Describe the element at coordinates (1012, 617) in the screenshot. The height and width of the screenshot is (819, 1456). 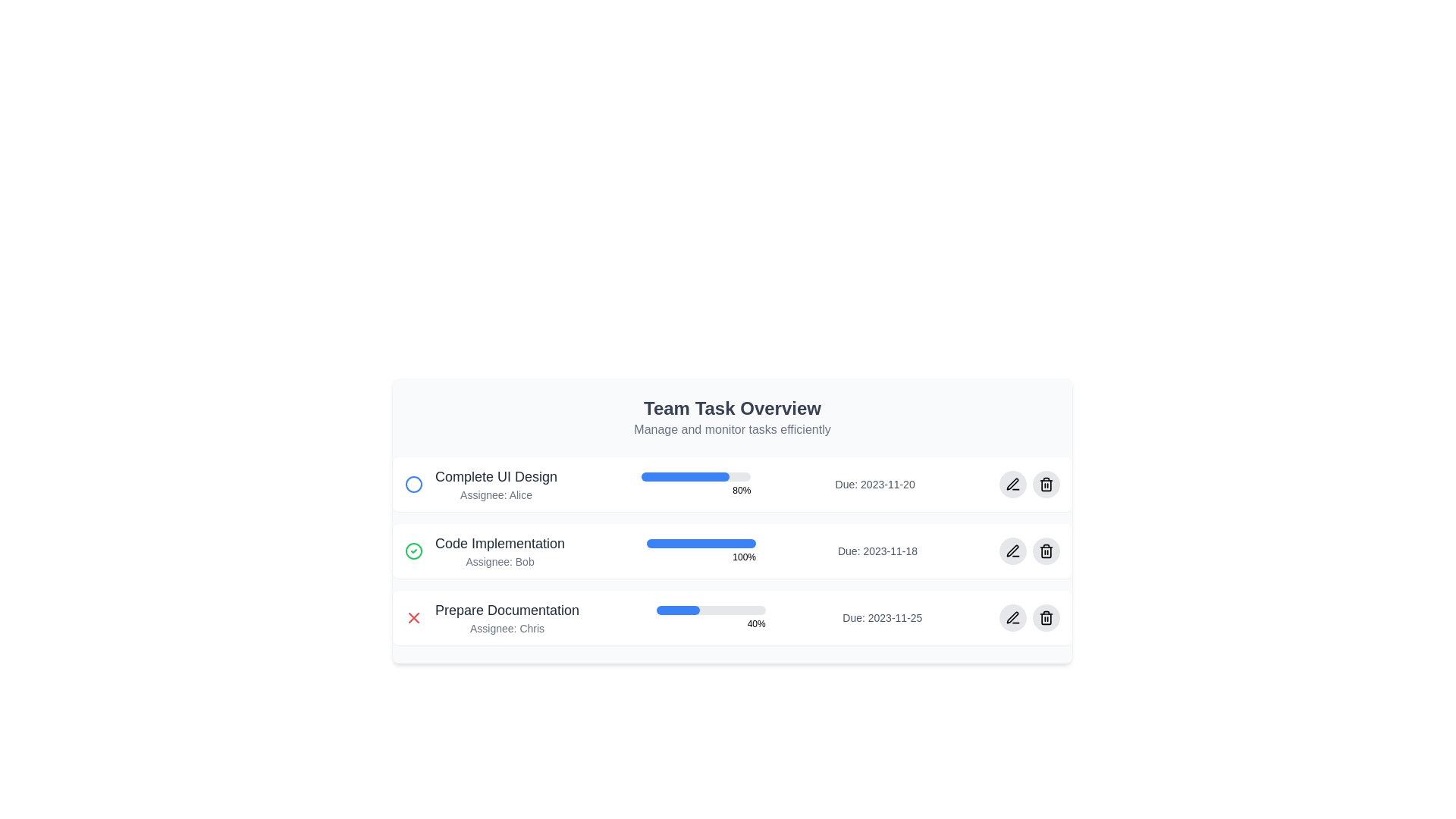
I see `the button with an icon located in the bottom-right corner of the 'Prepare Documentation' card` at that location.